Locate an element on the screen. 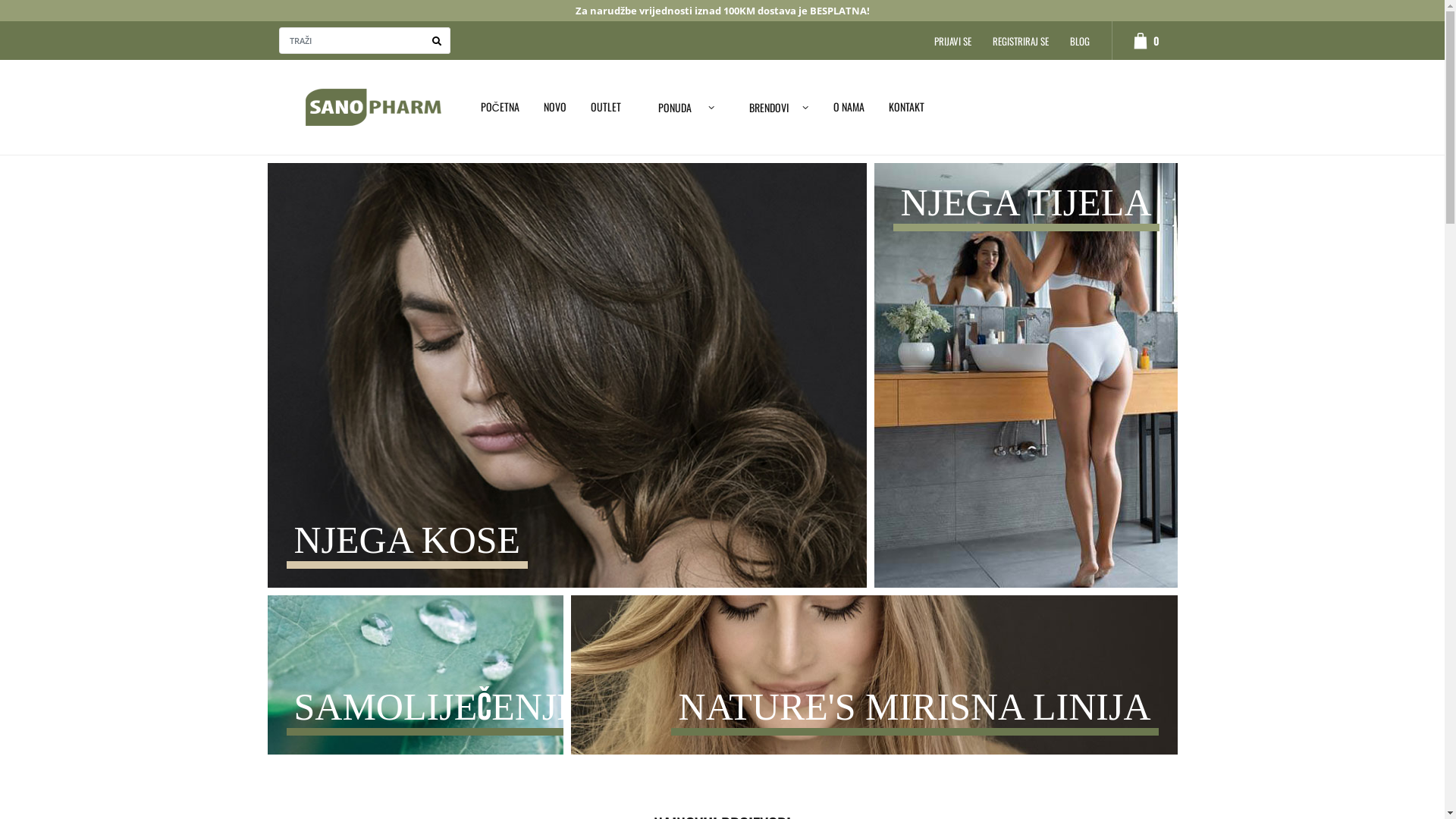 This screenshot has height=819, width=1456. 'PRIJAVI SE' is located at coordinates (952, 40).